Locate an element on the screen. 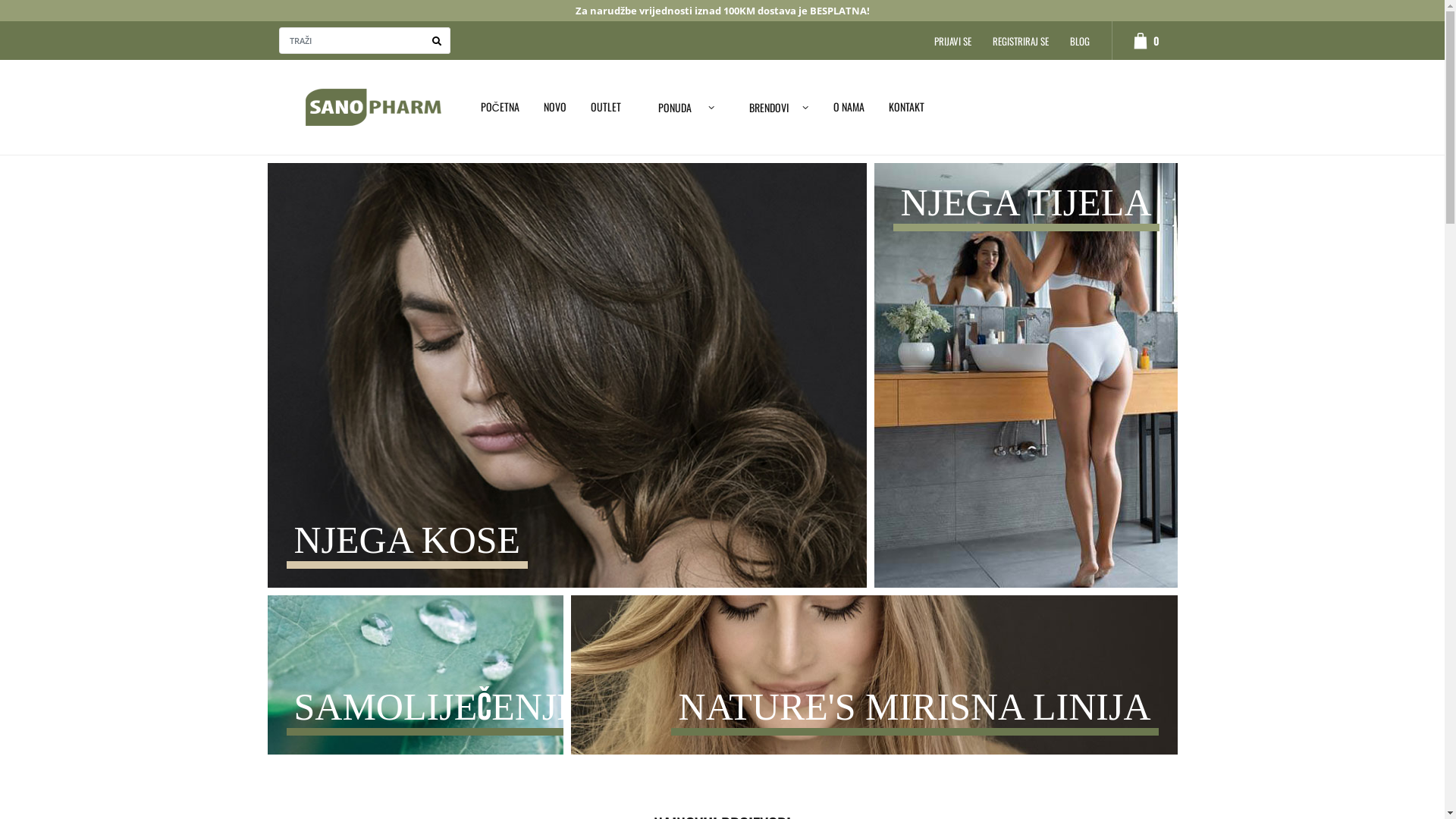 This screenshot has height=819, width=1456. 'PRIJAVI SE' is located at coordinates (952, 40).